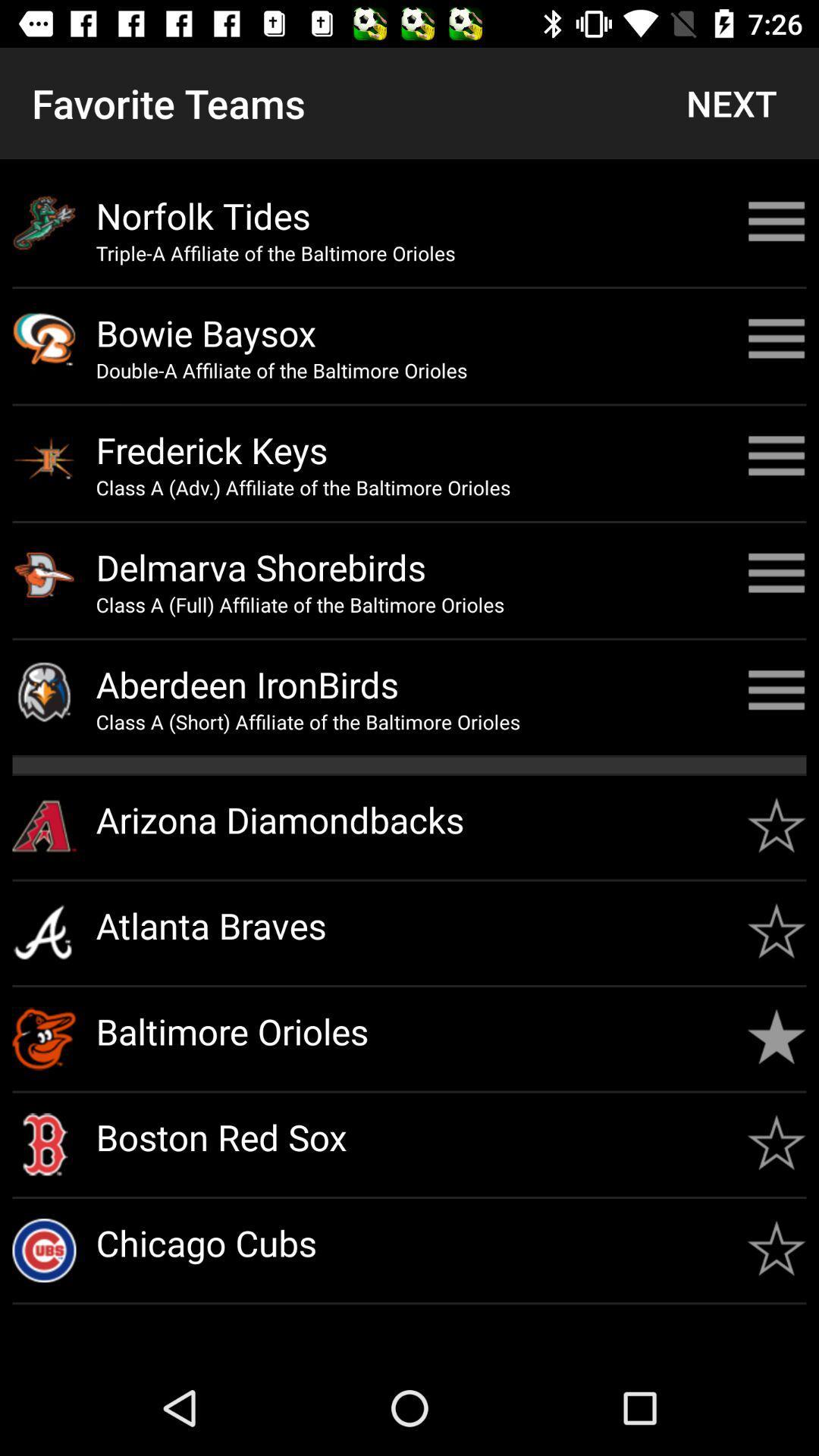  Describe the element at coordinates (730, 102) in the screenshot. I see `next button` at that location.